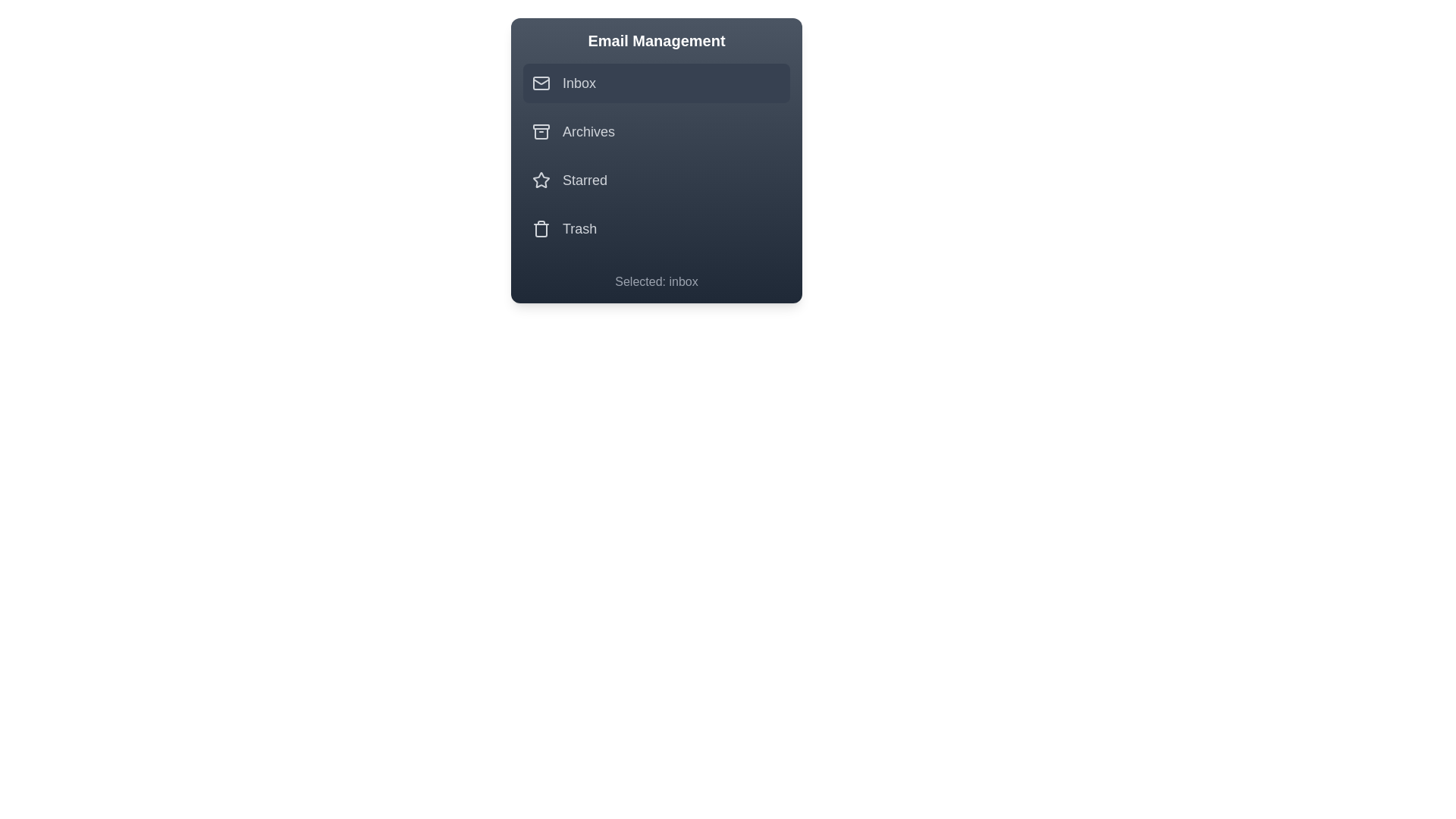 The height and width of the screenshot is (819, 1456). I want to click on the category Archives by clicking its button, so click(656, 130).